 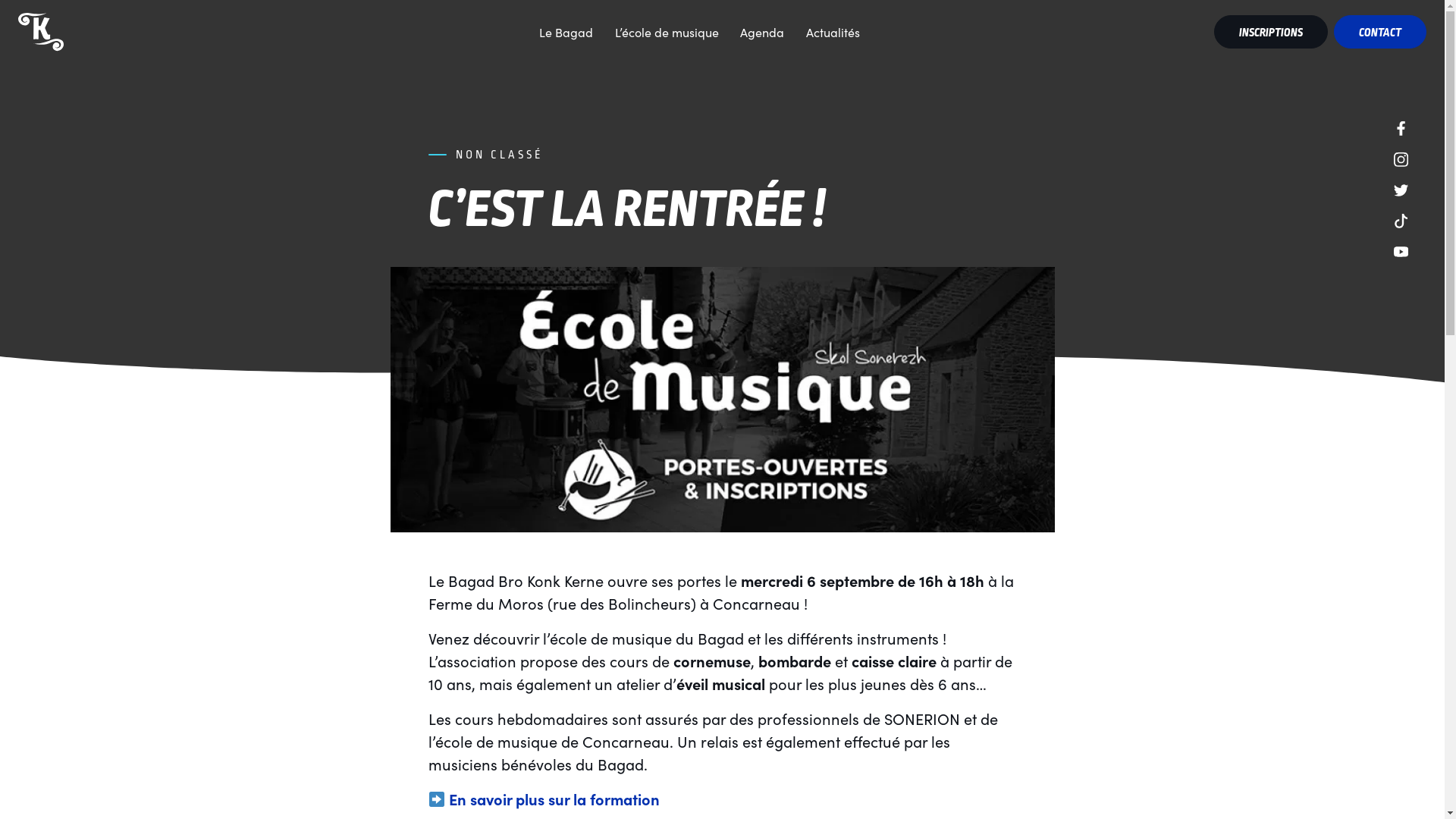 What do you see at coordinates (564, 32) in the screenshot?
I see `'Le Bagad'` at bounding box center [564, 32].